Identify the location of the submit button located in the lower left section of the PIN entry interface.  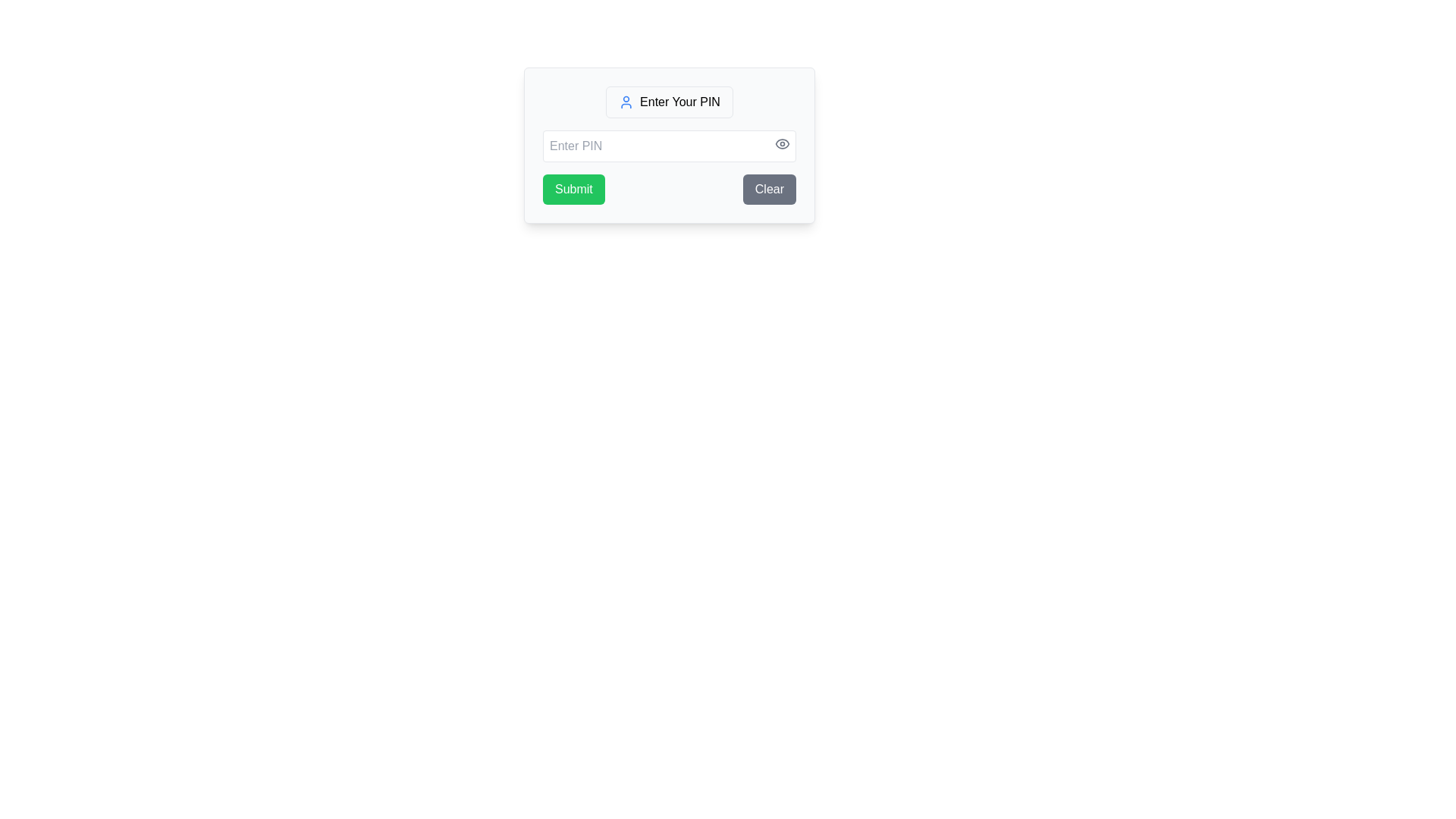
(573, 189).